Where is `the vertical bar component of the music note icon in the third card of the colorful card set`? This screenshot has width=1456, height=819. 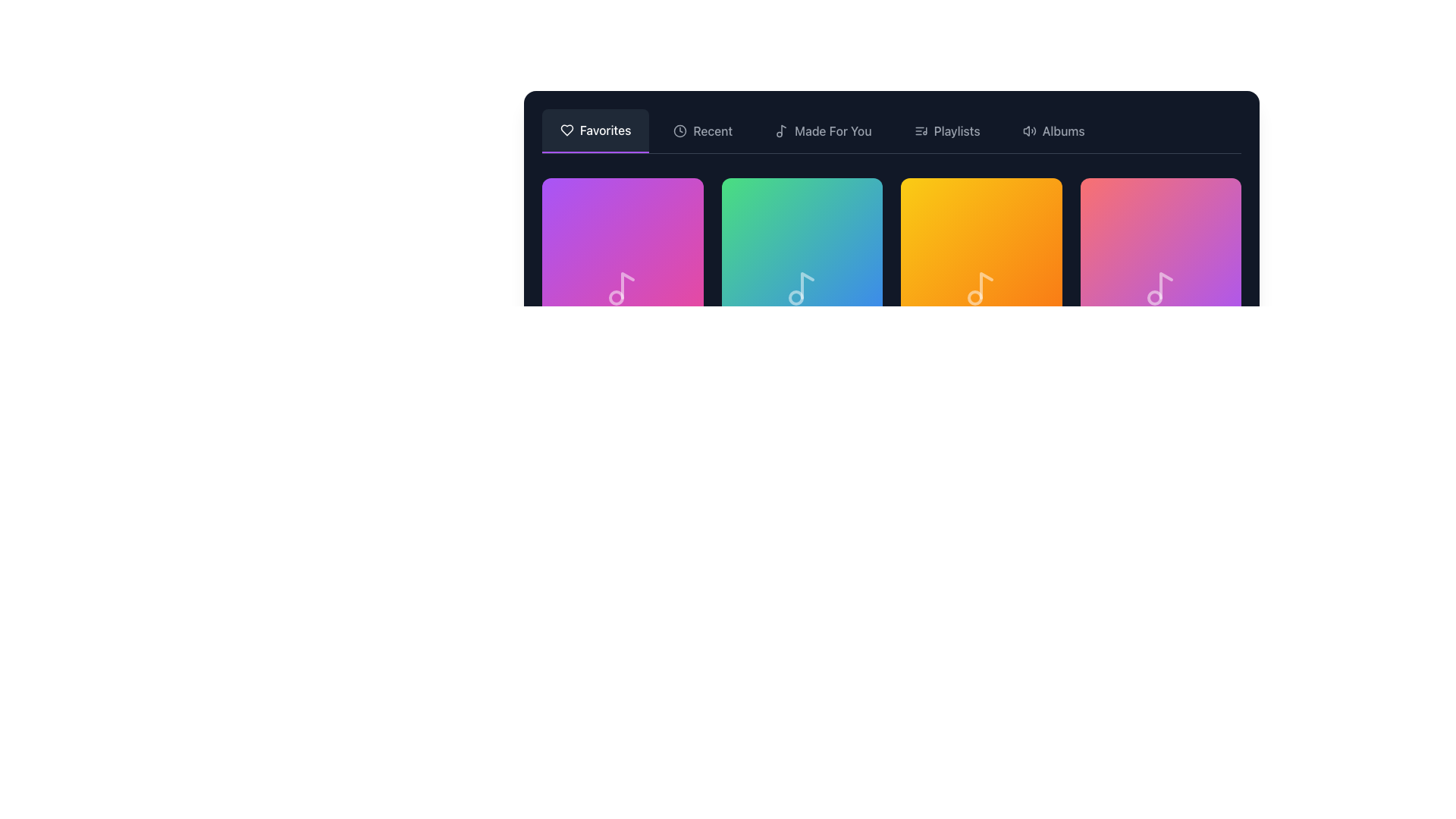 the vertical bar component of the music note icon in the third card of the colorful card set is located at coordinates (987, 286).